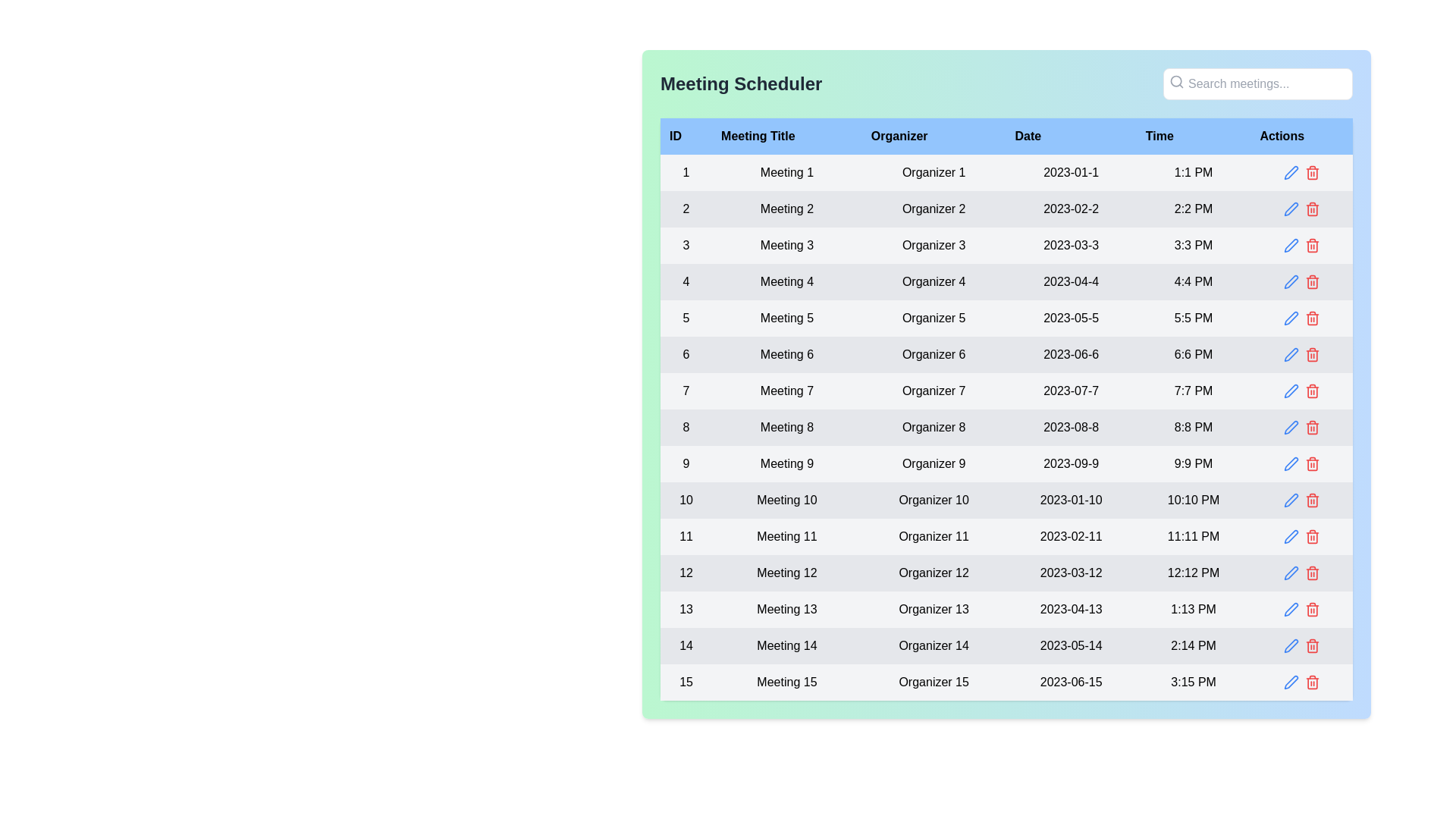 Image resolution: width=1456 pixels, height=819 pixels. I want to click on textual content of the 4th row in the meeting scheduler table, which includes details like identifier, title, organizer, date, and time, so click(1006, 281).